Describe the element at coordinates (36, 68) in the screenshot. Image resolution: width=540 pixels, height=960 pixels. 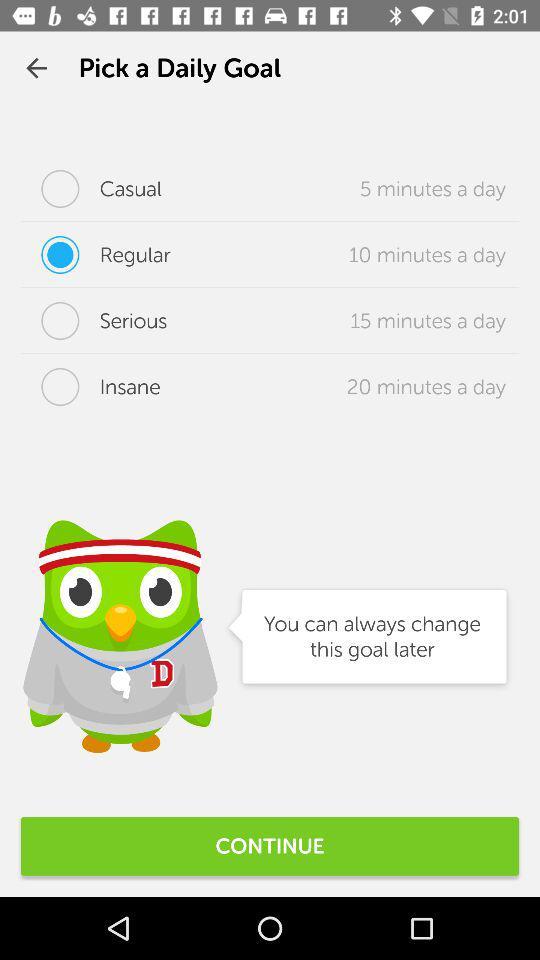
I see `the icon to the left of pick a daily` at that location.